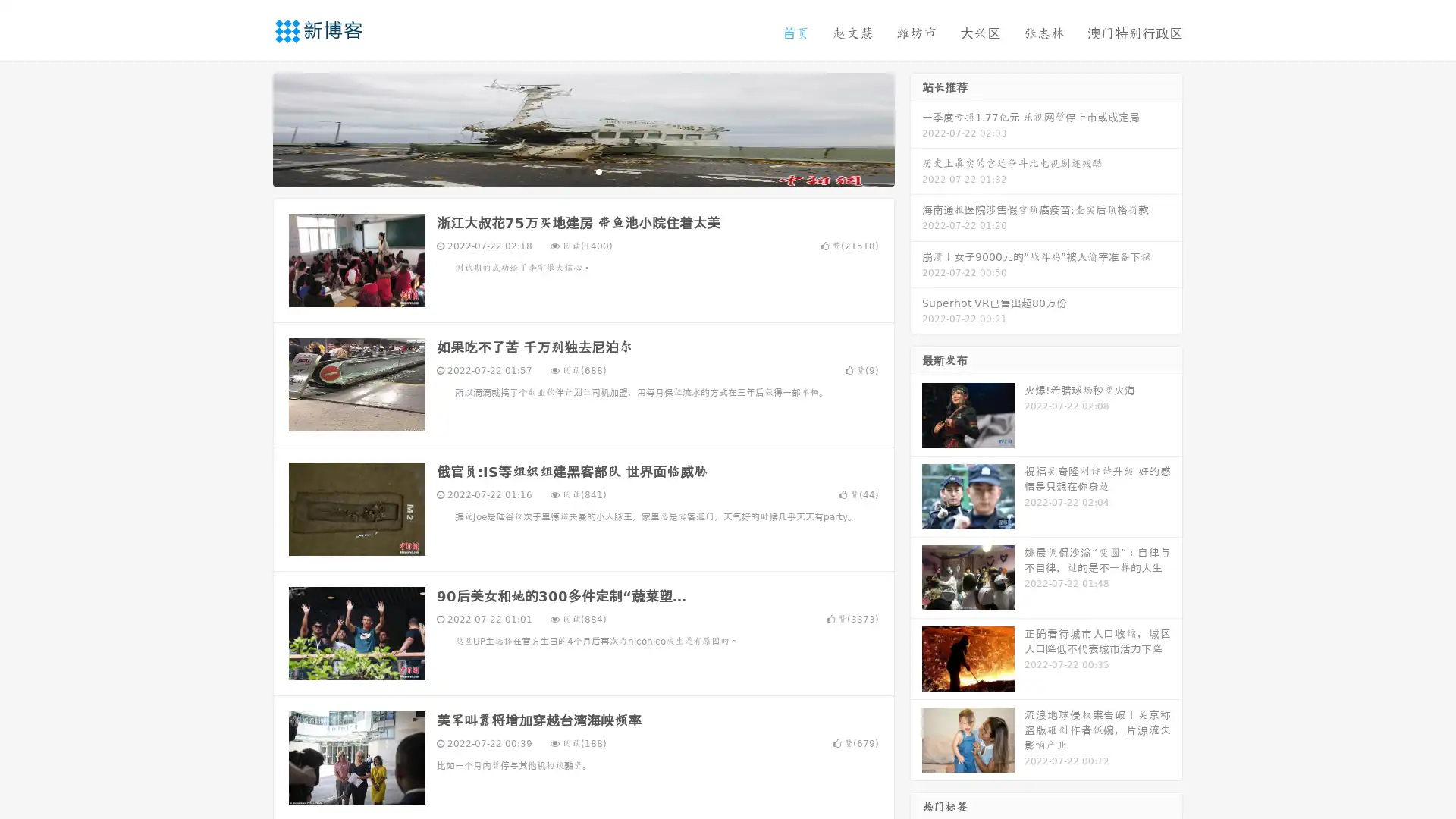  Describe the element at coordinates (598, 171) in the screenshot. I see `Go to slide 3` at that location.